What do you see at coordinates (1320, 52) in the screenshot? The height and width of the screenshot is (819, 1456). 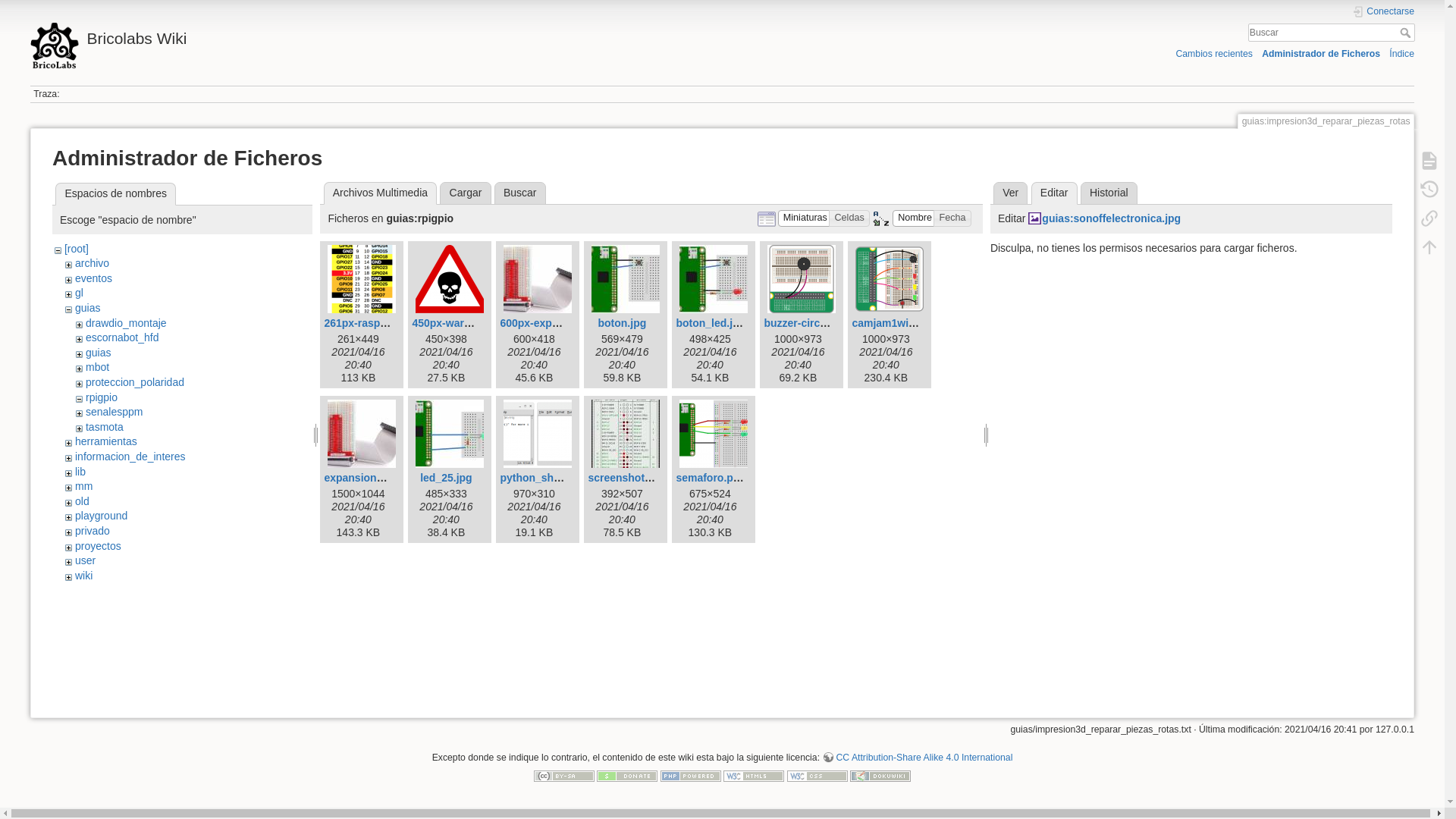 I see `'Administrador de Ficheros'` at bounding box center [1320, 52].